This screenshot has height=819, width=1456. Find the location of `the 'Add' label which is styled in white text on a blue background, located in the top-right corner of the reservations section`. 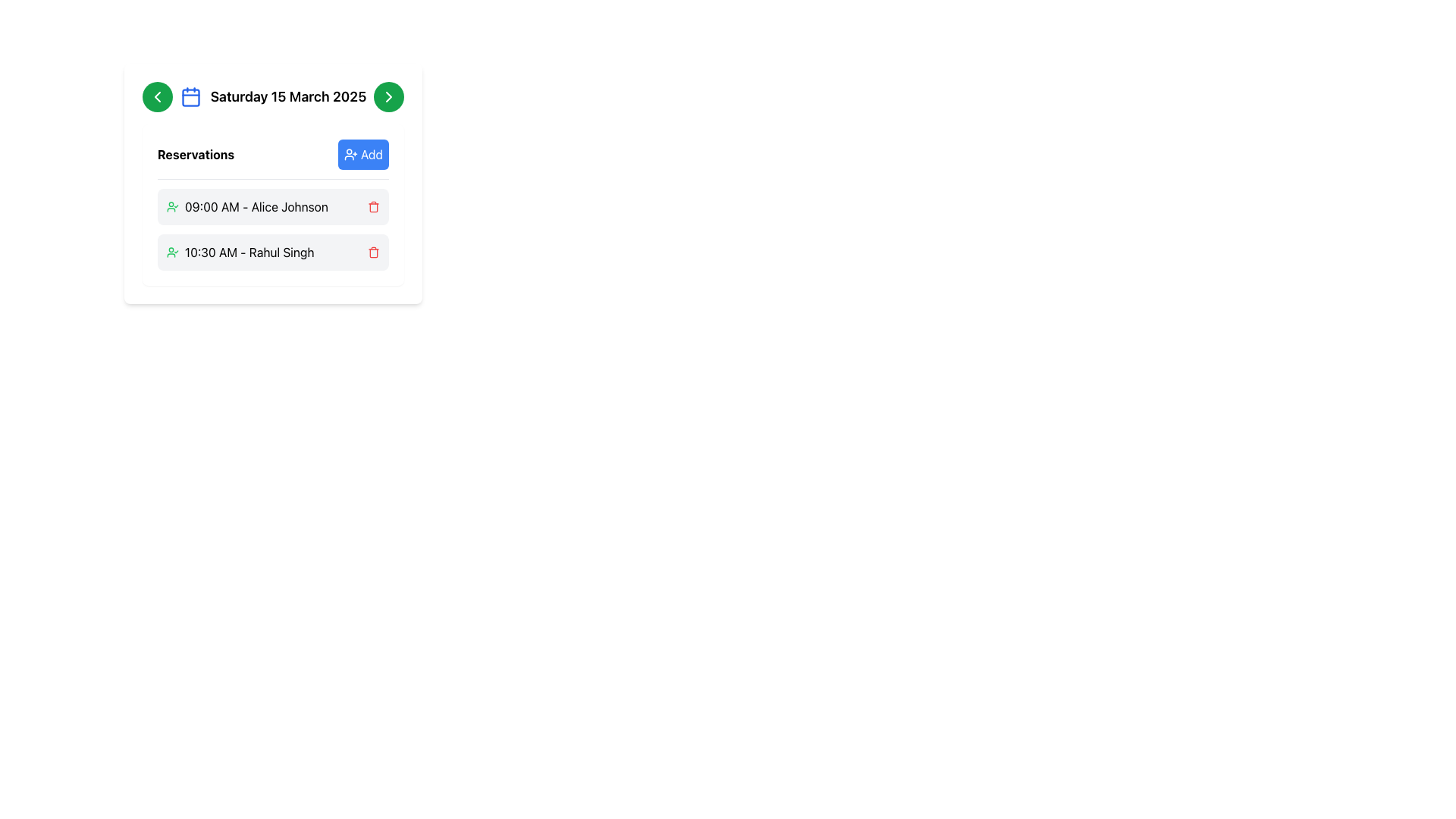

the 'Add' label which is styled in white text on a blue background, located in the top-right corner of the reservations section is located at coordinates (372, 155).